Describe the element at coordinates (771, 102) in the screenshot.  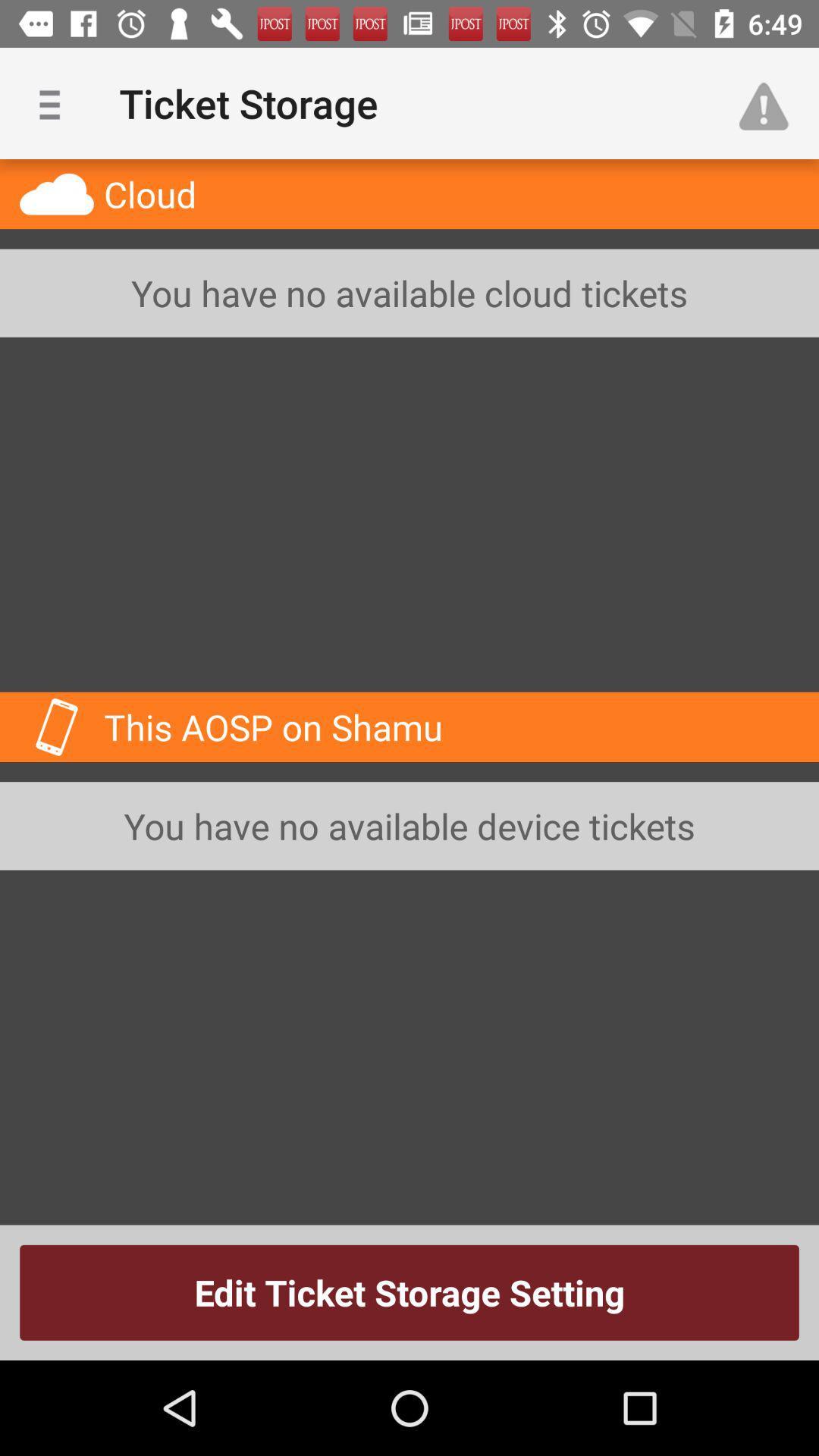
I see `the icon next to ticket storage icon` at that location.